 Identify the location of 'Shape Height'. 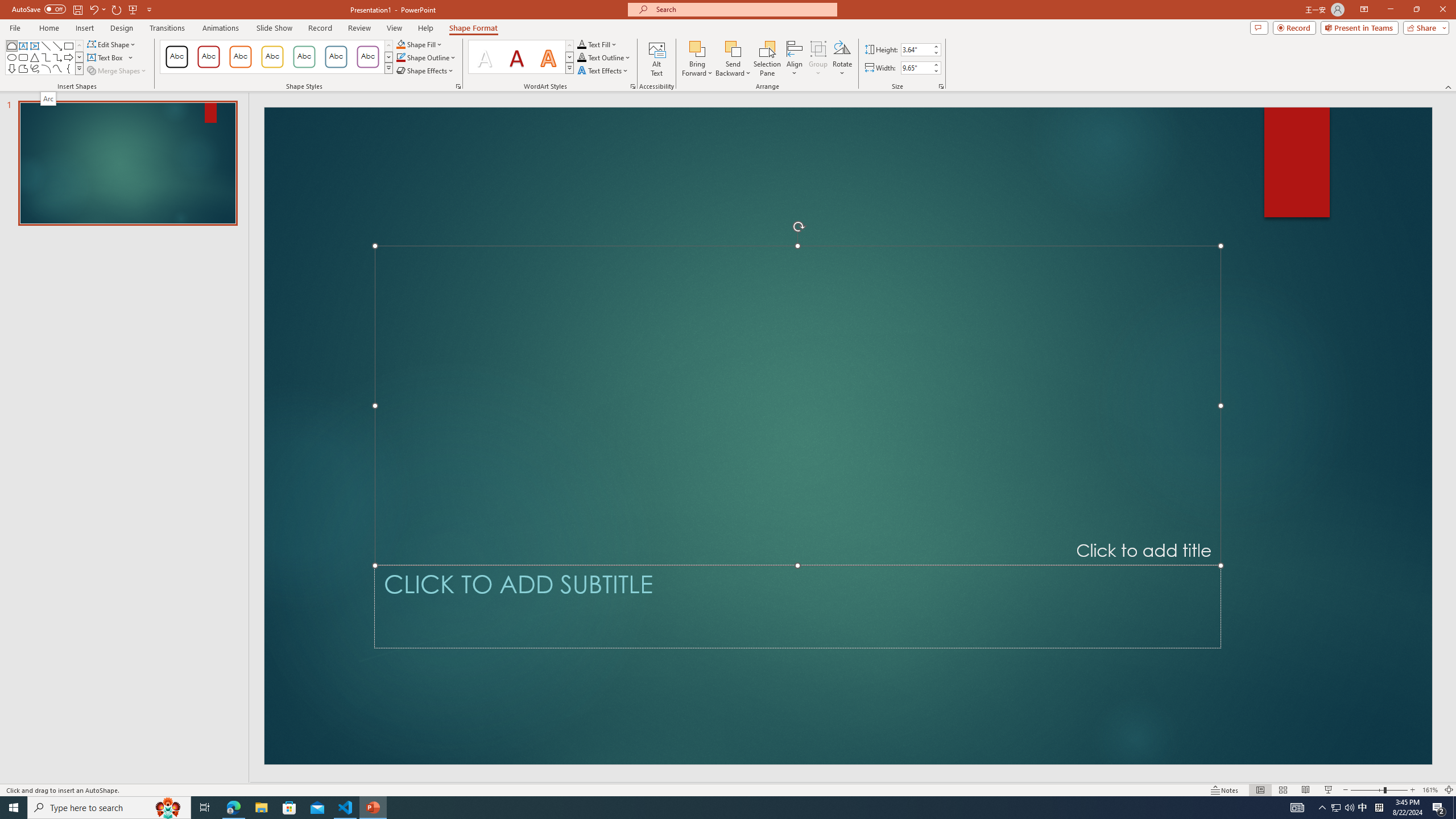
(916, 49).